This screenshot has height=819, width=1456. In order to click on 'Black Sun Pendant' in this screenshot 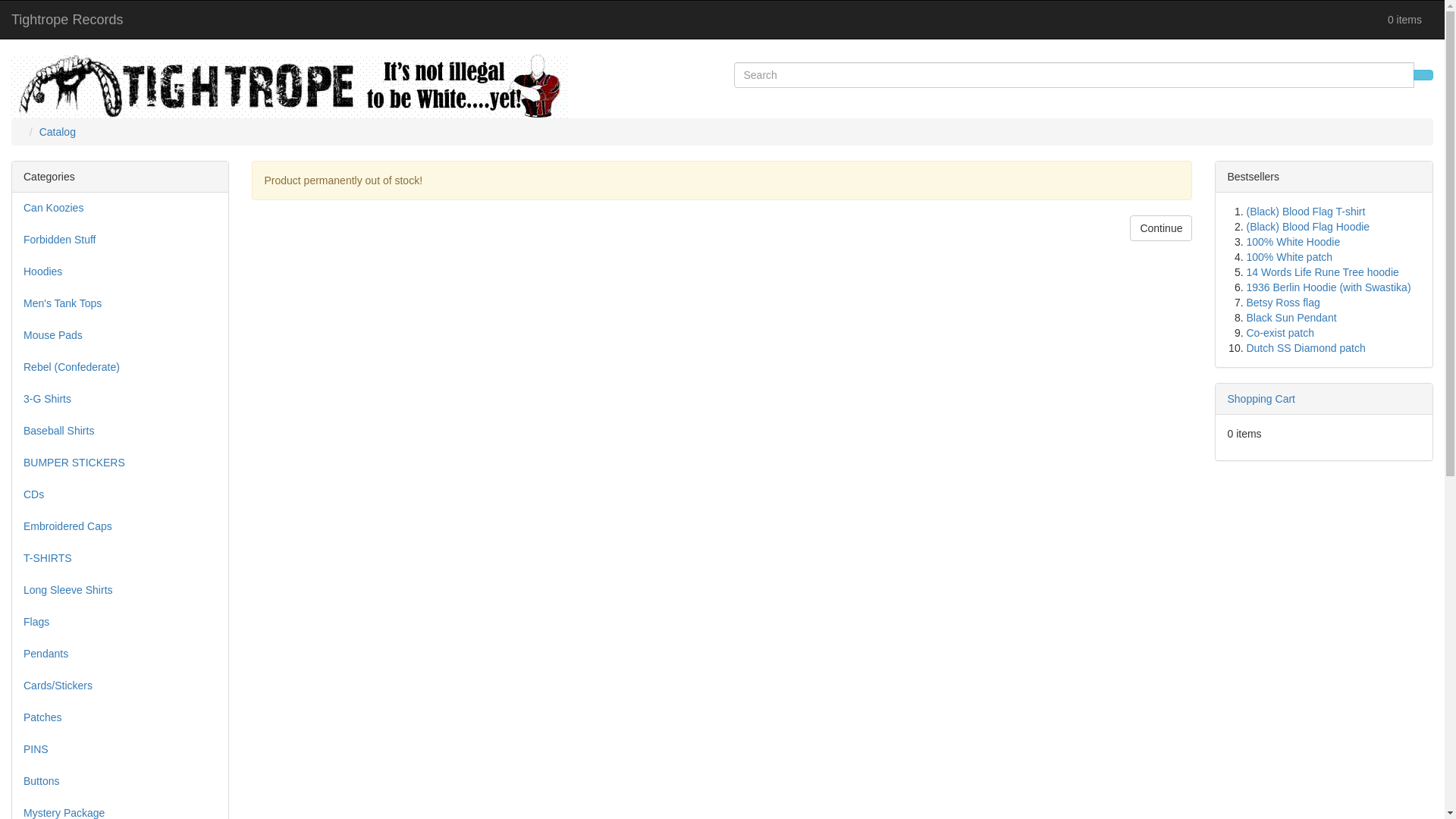, I will do `click(1290, 317)`.